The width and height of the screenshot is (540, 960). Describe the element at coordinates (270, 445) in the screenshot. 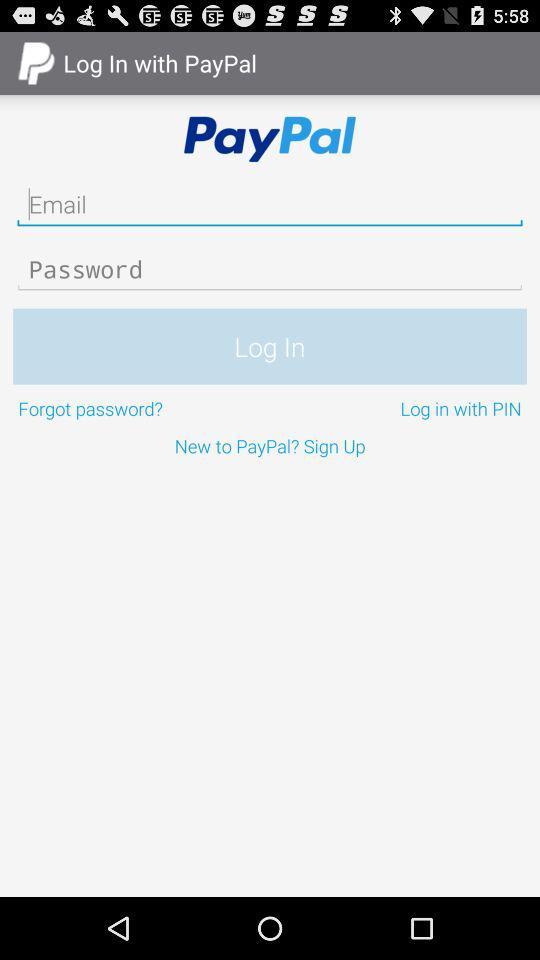

I see `the new to paypal` at that location.